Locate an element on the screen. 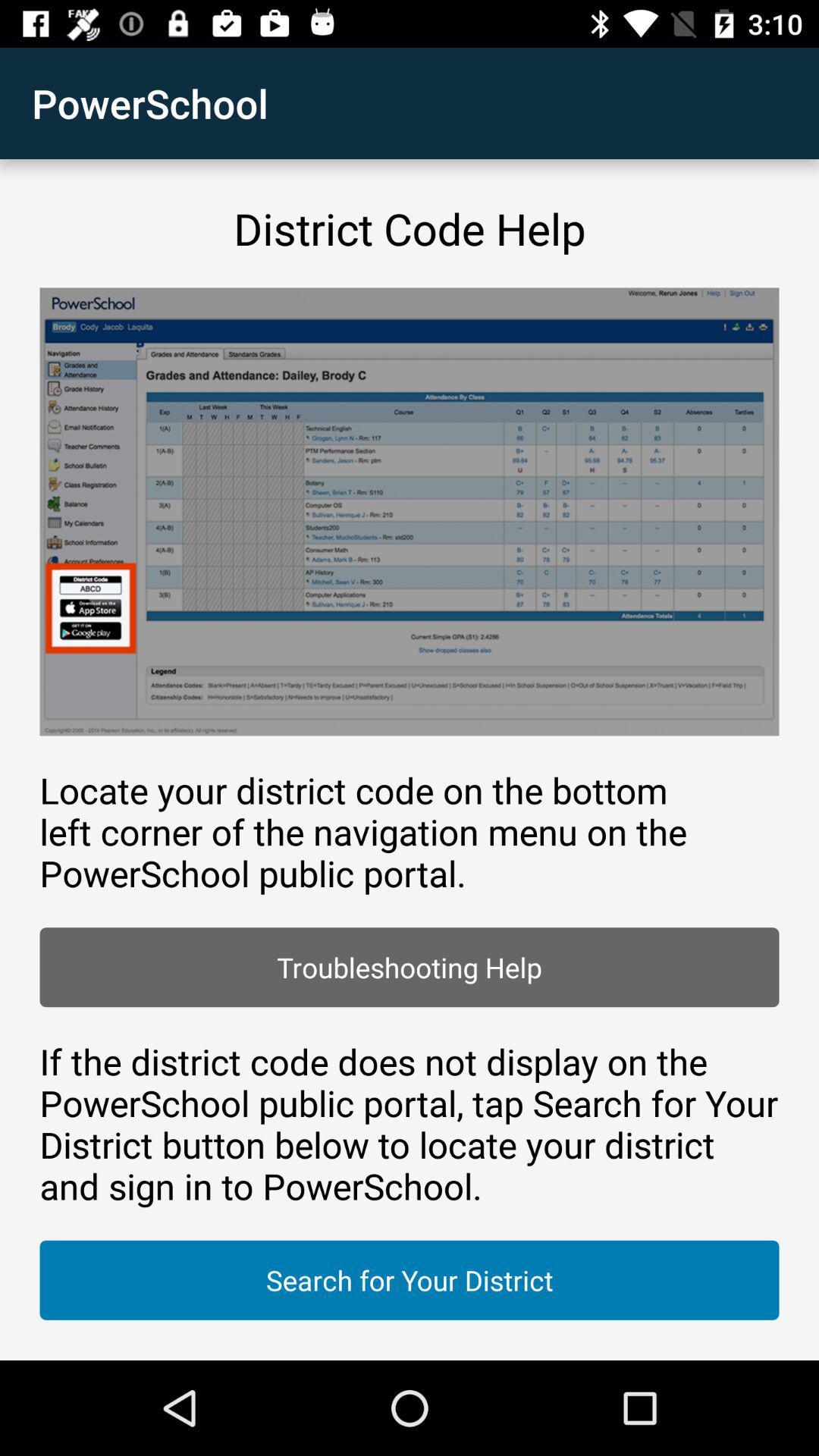 The width and height of the screenshot is (819, 1456). the icon above the if the district icon is located at coordinates (409, 966).